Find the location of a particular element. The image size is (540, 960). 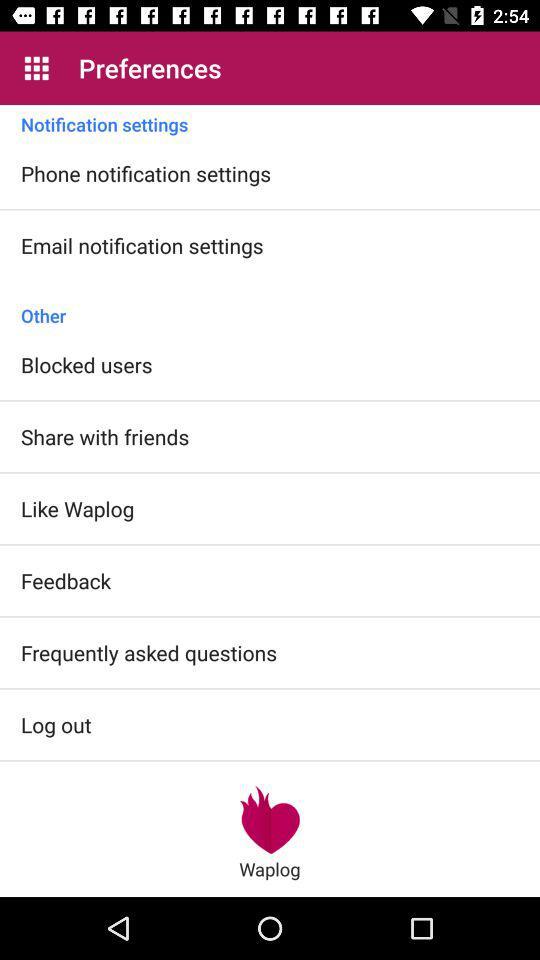

share with friends is located at coordinates (105, 436).